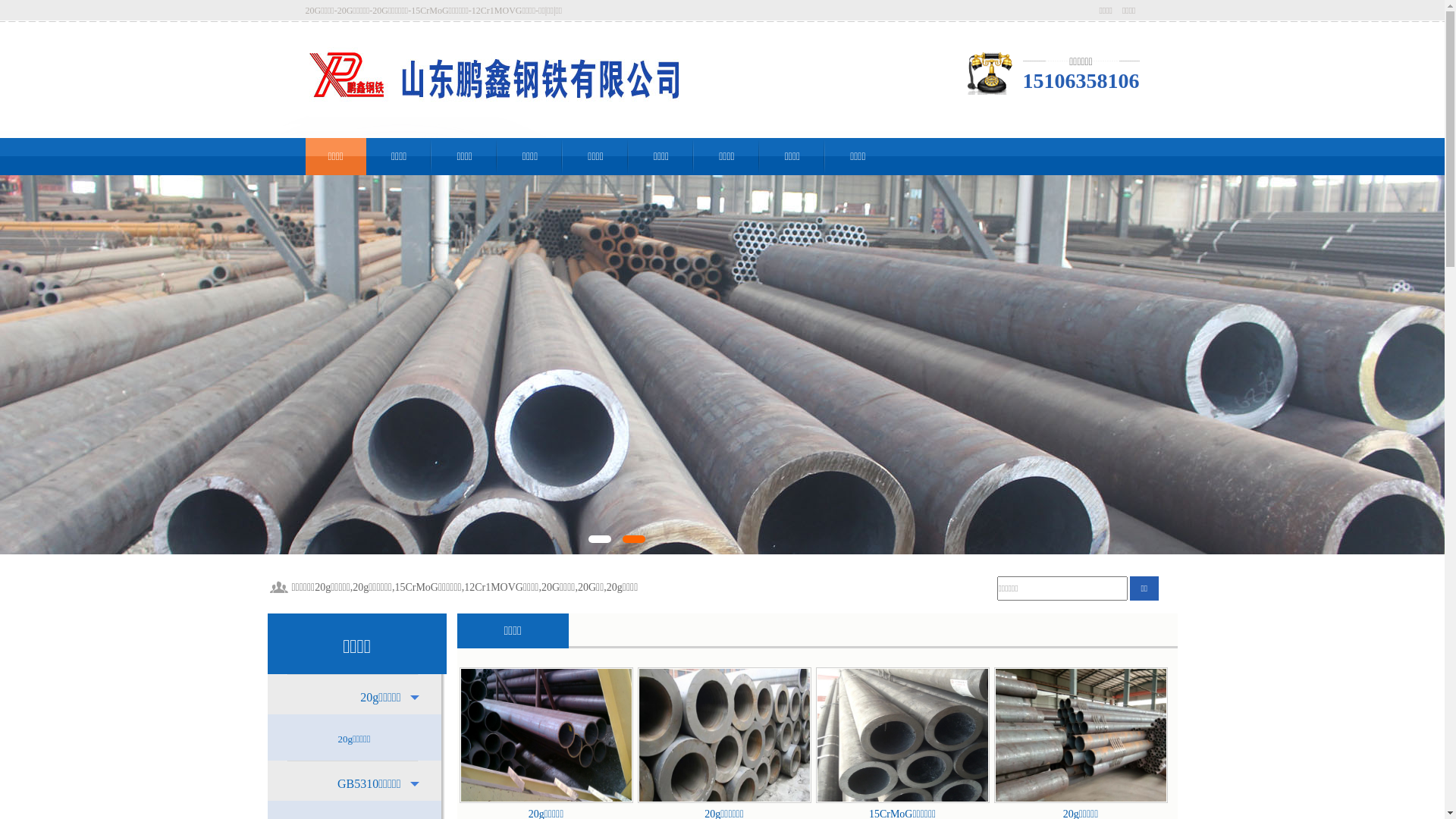 This screenshot has height=819, width=1456. What do you see at coordinates (633, 538) in the screenshot?
I see `'2'` at bounding box center [633, 538].